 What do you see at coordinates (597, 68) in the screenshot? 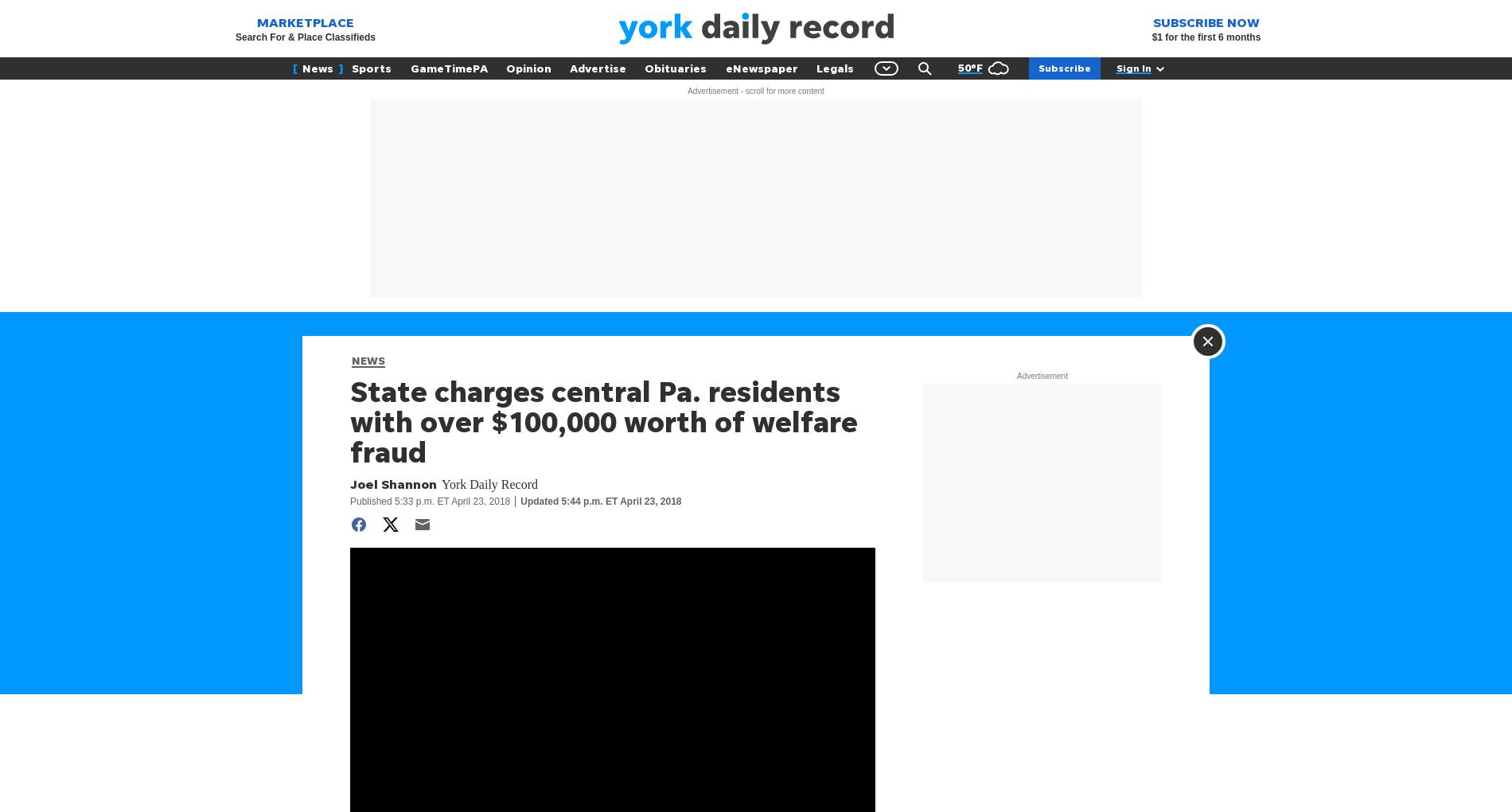
I see `'Advertise'` at bounding box center [597, 68].